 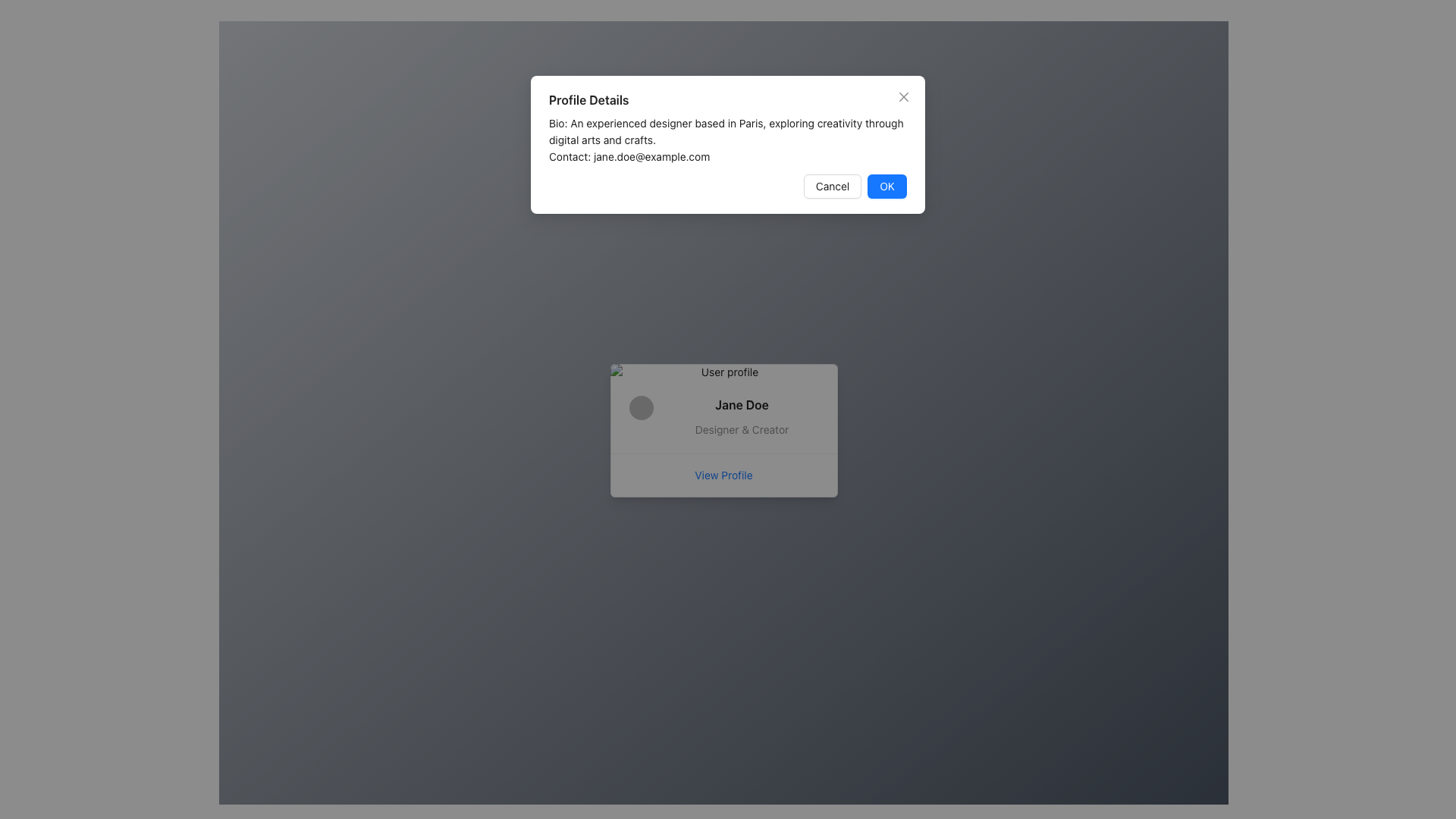 What do you see at coordinates (723, 474) in the screenshot?
I see `the Link Button located at the bottom center of the 'User profile' card for Jane Doe` at bounding box center [723, 474].